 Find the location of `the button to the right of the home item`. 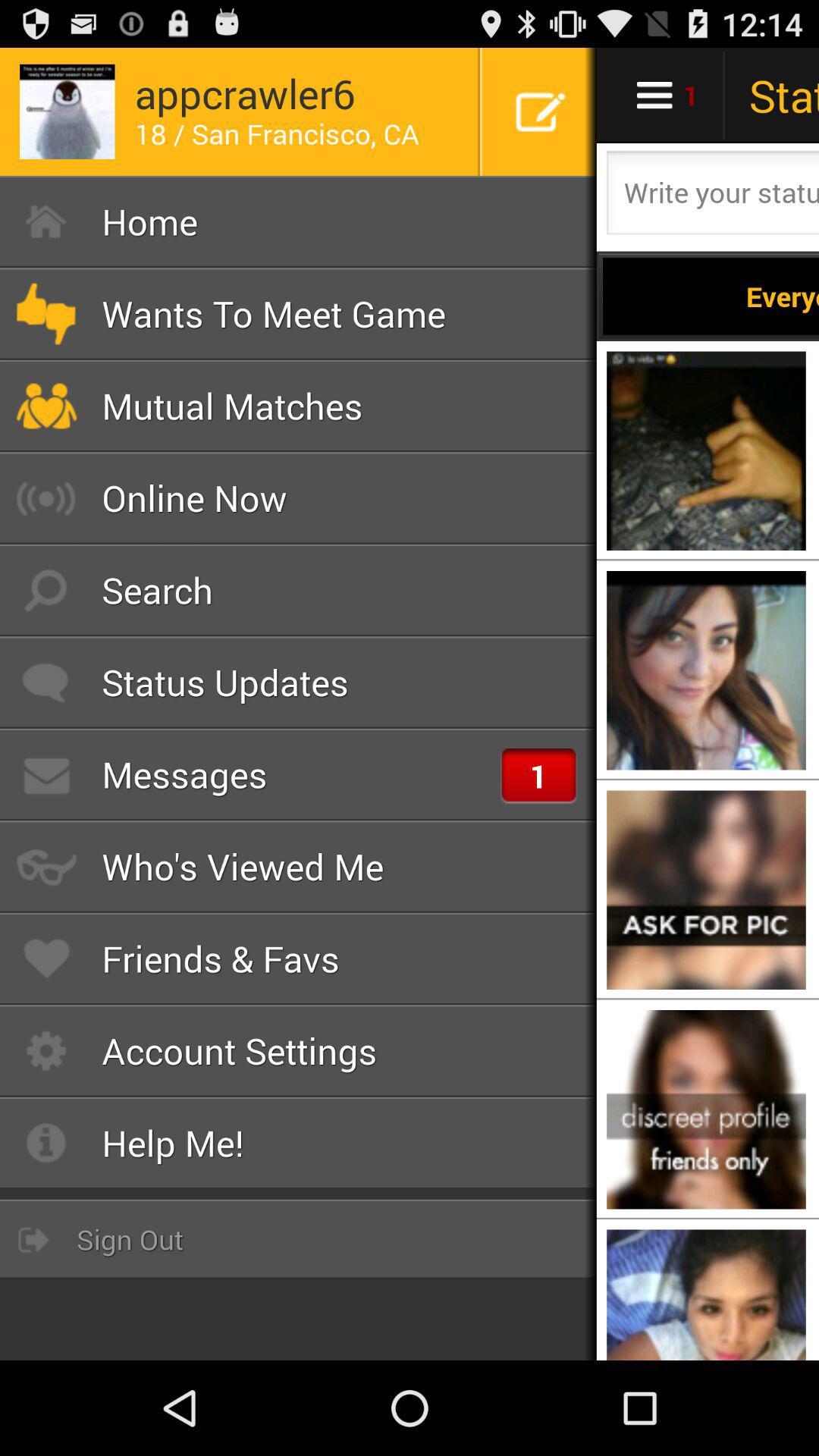

the button to the right of the home item is located at coordinates (711, 296).